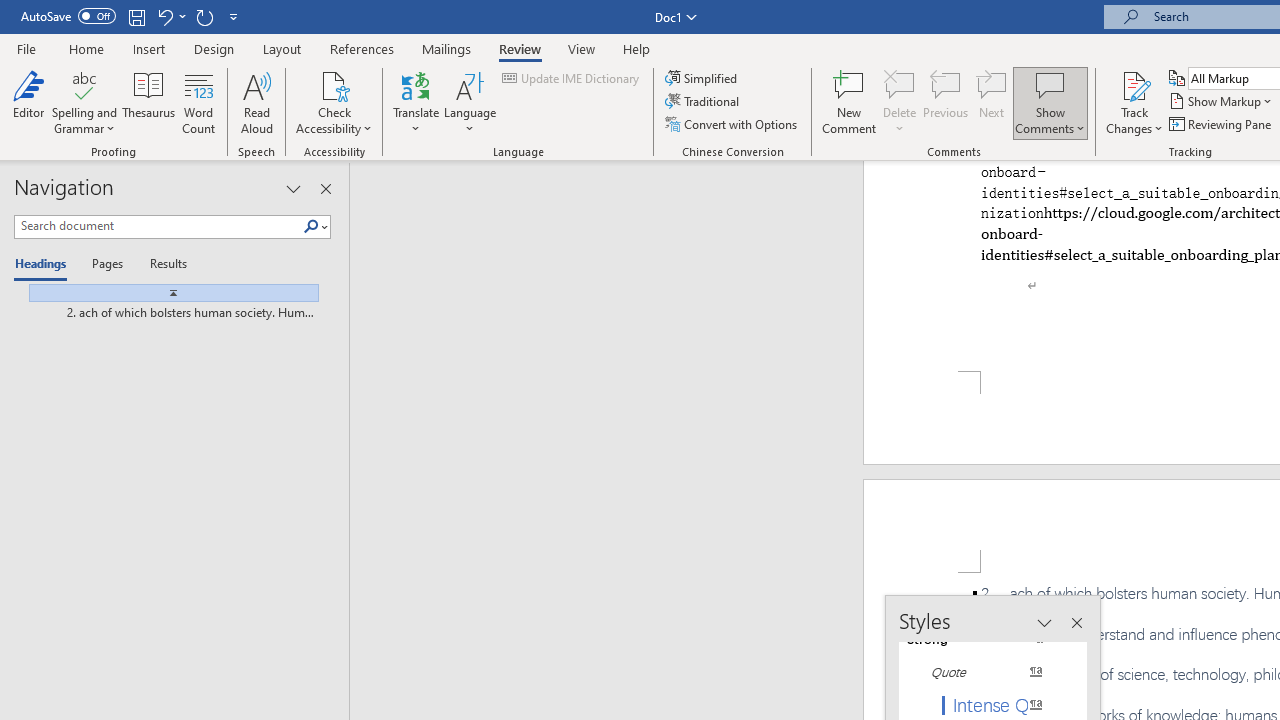 This screenshot has height=720, width=1280. I want to click on 'Check Accessibility', so click(334, 103).